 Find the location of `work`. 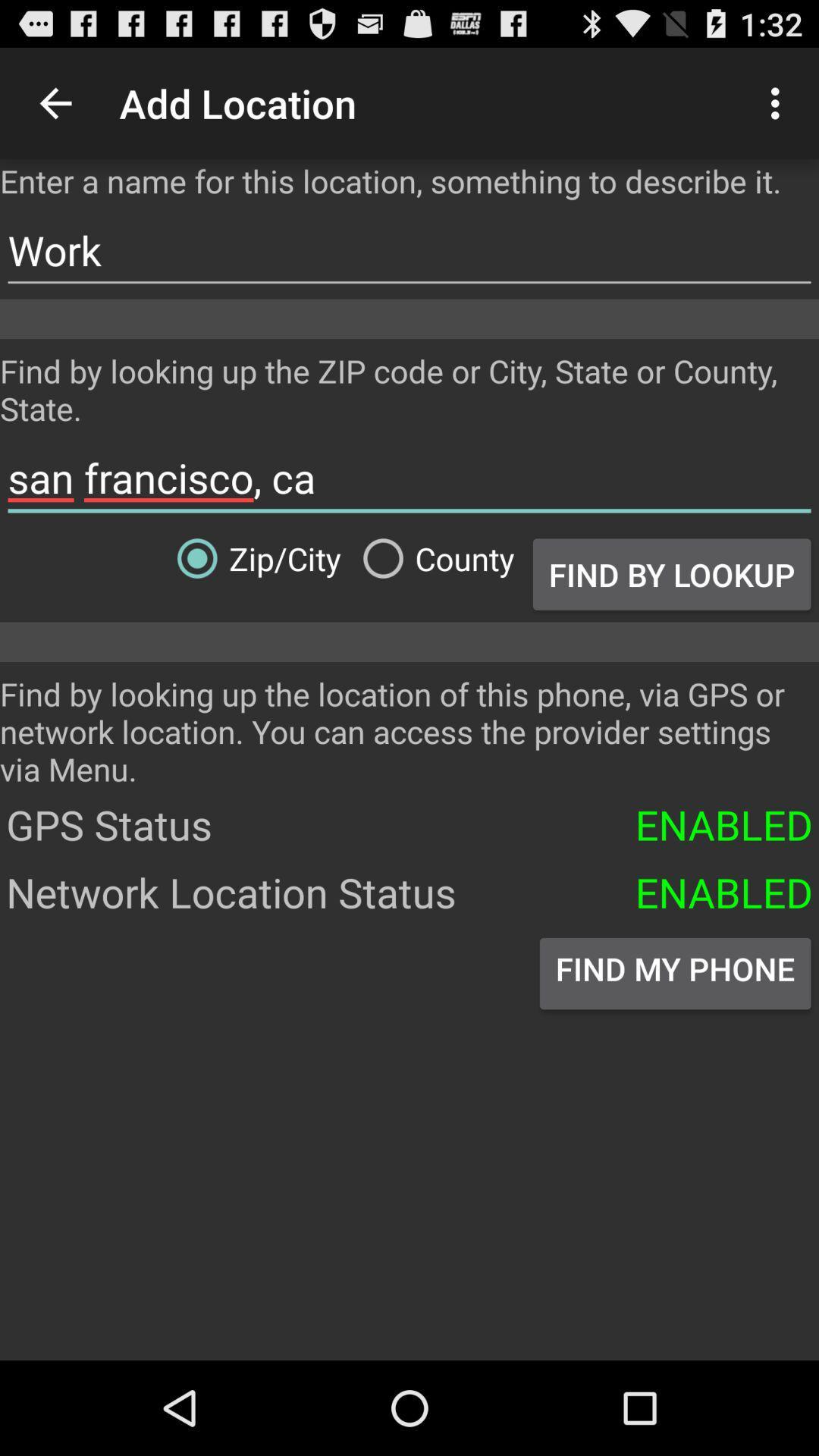

work is located at coordinates (409, 250).